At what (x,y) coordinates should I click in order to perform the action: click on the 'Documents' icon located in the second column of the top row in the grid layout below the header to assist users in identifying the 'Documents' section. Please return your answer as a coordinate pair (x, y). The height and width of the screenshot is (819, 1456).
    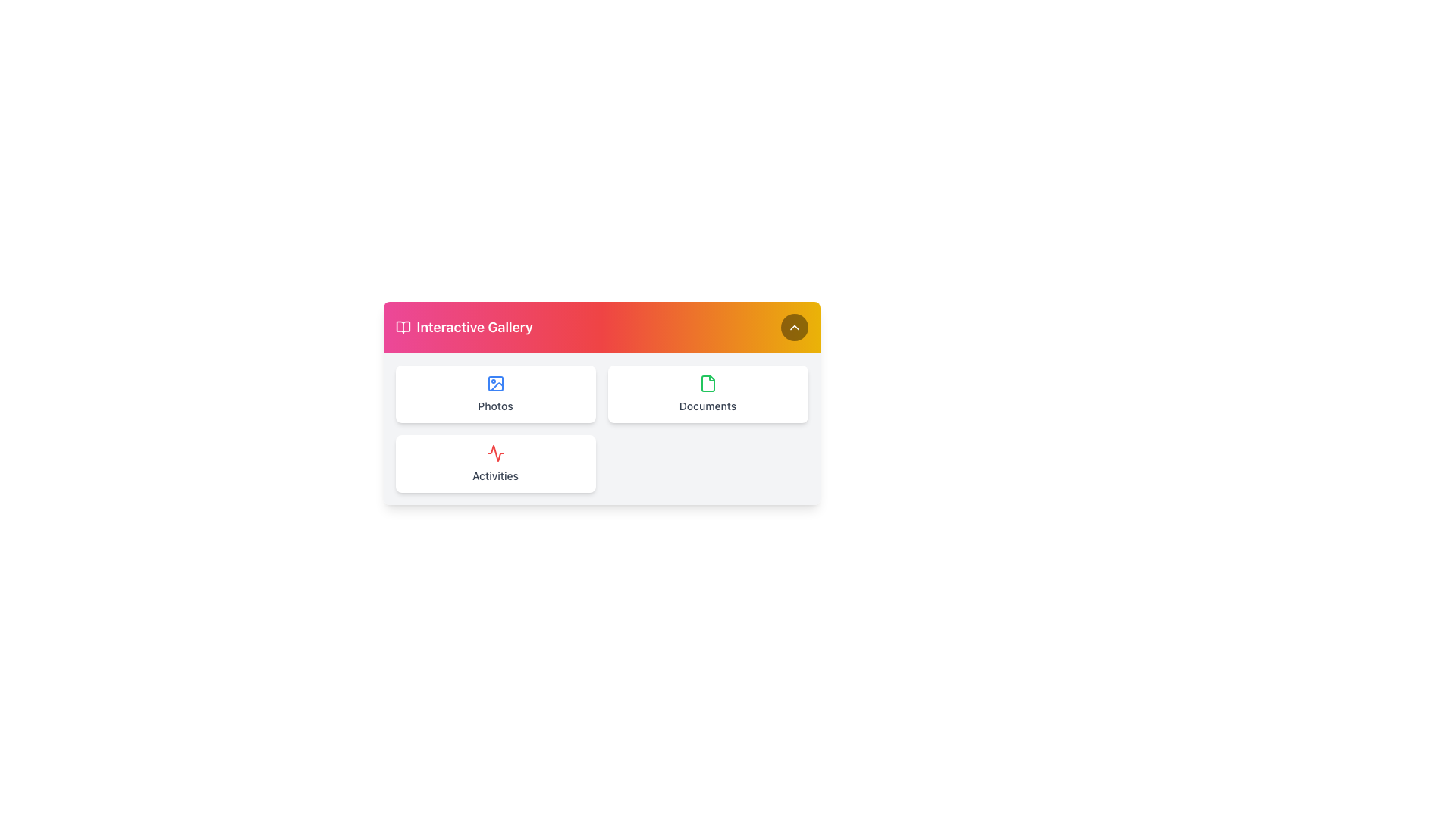
    Looking at the image, I should click on (707, 382).